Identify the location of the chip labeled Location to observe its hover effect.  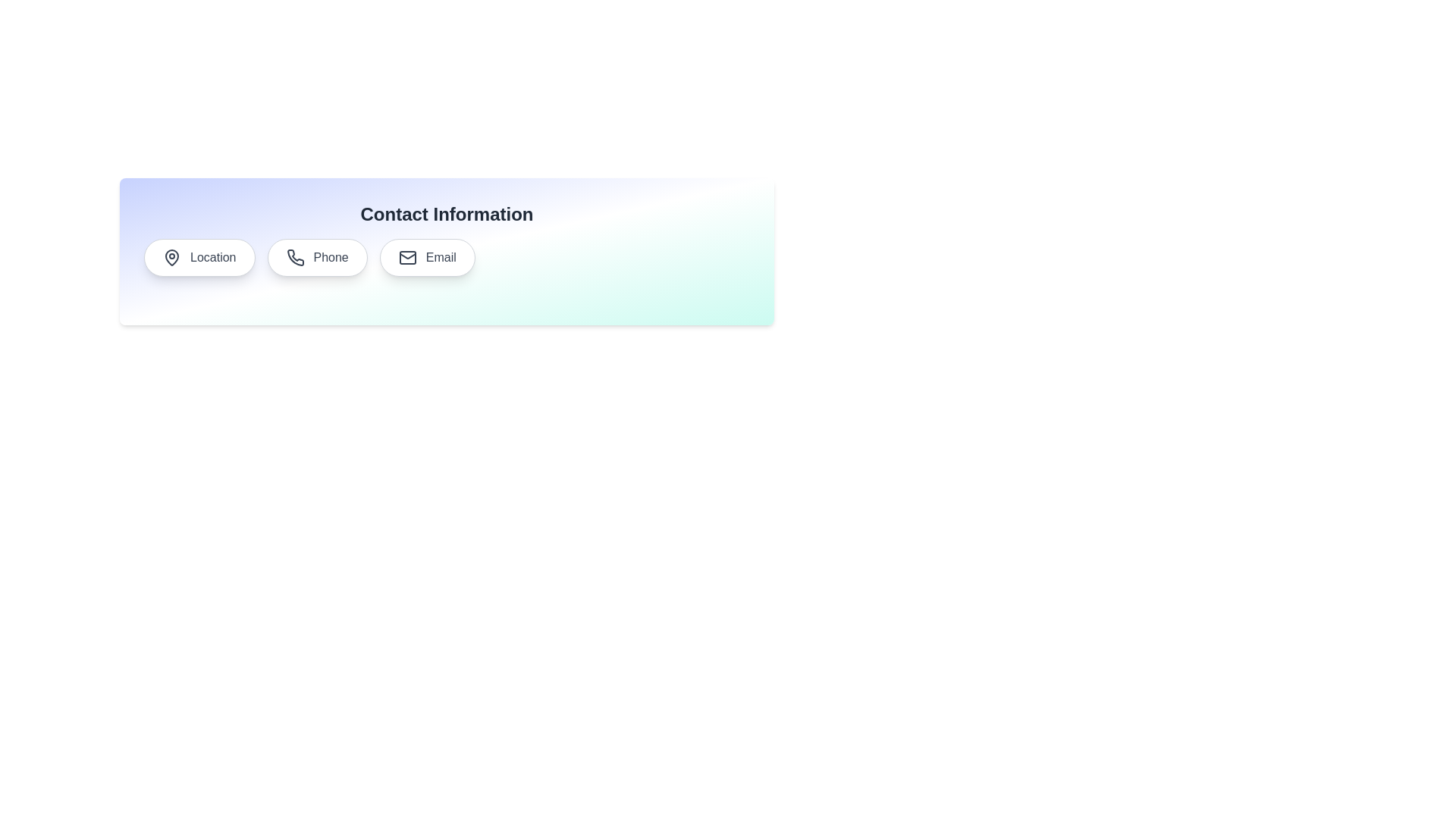
(199, 256).